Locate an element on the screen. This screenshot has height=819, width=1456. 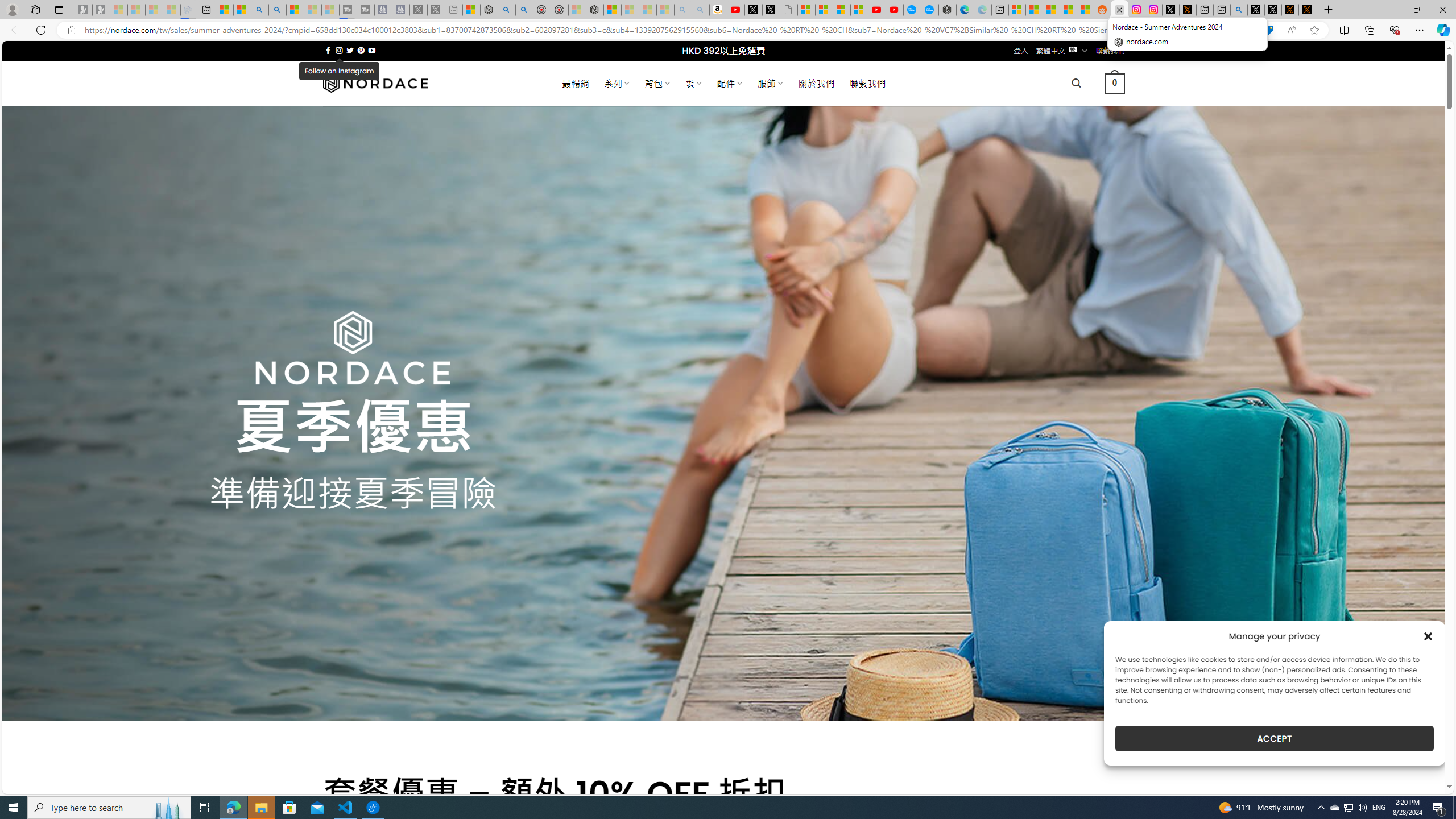
'Refresh' is located at coordinates (40, 29).